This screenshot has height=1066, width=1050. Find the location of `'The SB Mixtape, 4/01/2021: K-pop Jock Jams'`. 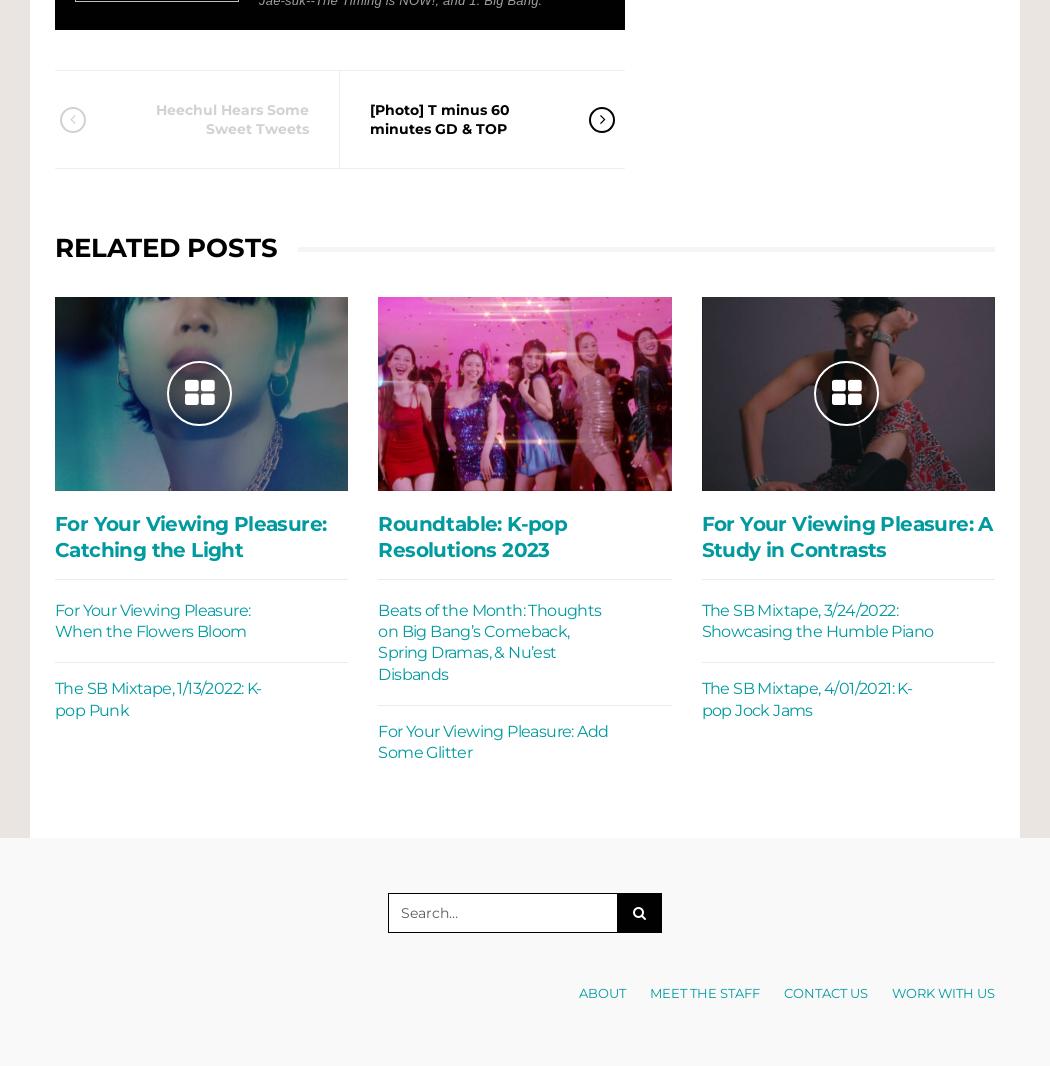

'The SB Mixtape, 4/01/2021: K-pop Jock Jams' is located at coordinates (805, 697).